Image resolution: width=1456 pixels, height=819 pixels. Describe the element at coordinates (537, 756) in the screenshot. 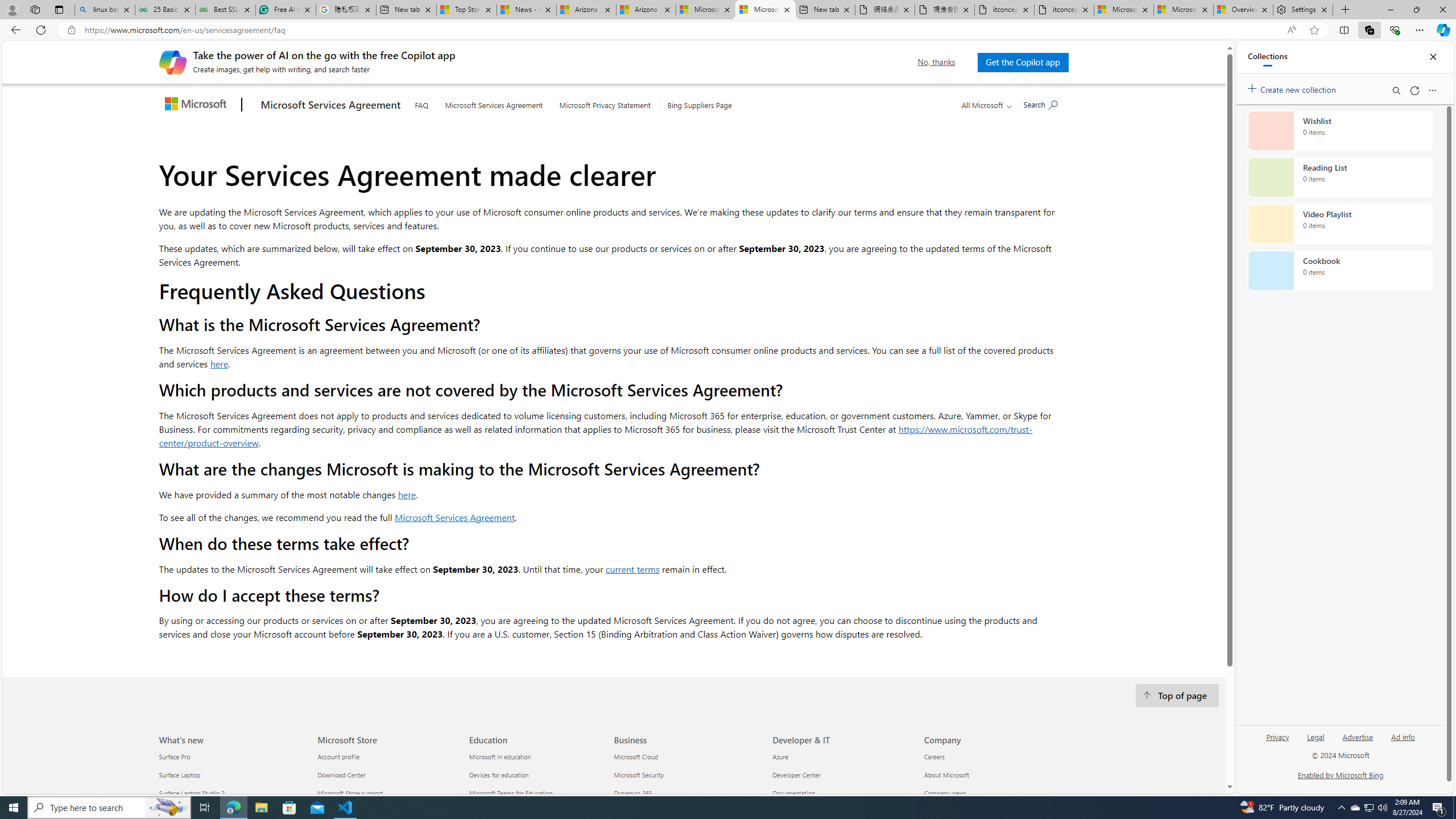

I see `'Microsoft in education'` at that location.